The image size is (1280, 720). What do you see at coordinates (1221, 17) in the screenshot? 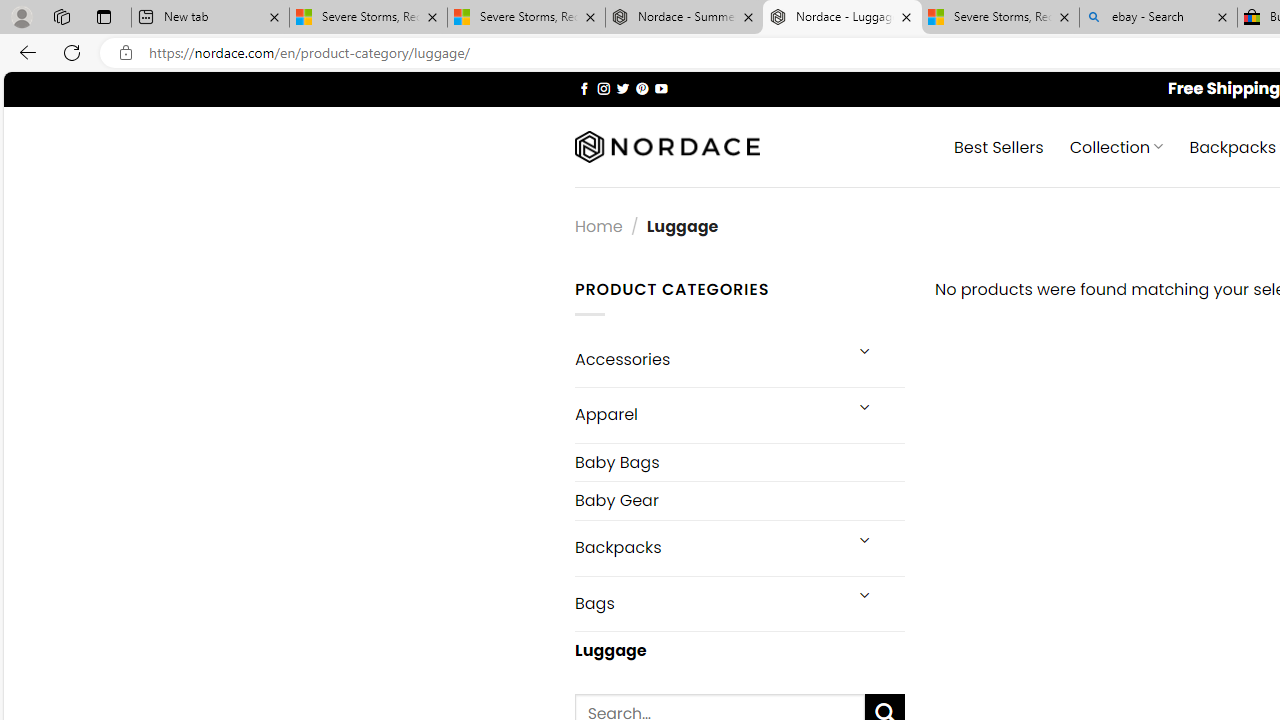
I see `'Close tab'` at bounding box center [1221, 17].